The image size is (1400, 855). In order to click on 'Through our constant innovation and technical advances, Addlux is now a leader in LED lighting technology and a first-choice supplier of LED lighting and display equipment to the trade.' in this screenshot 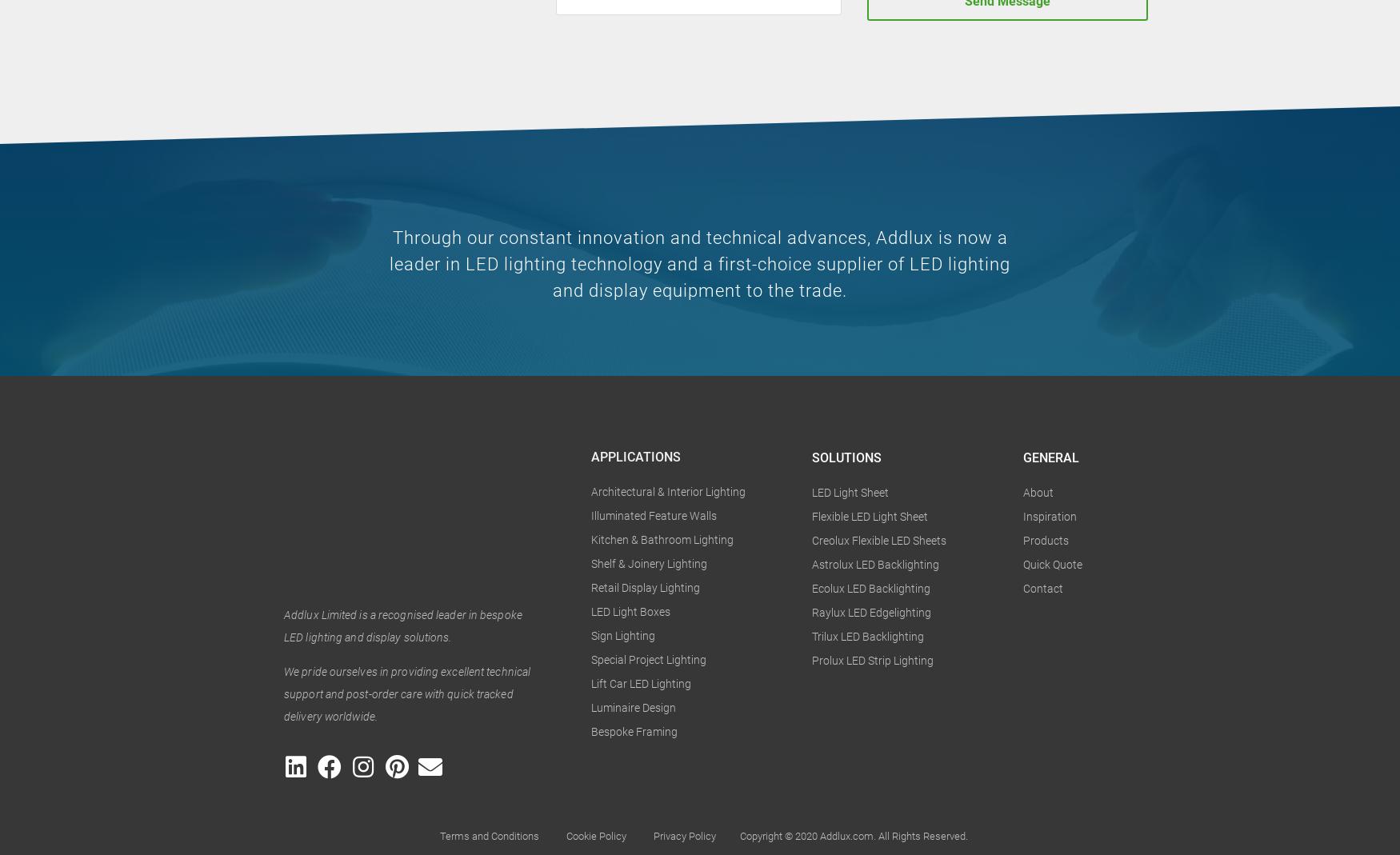, I will do `click(700, 264)`.